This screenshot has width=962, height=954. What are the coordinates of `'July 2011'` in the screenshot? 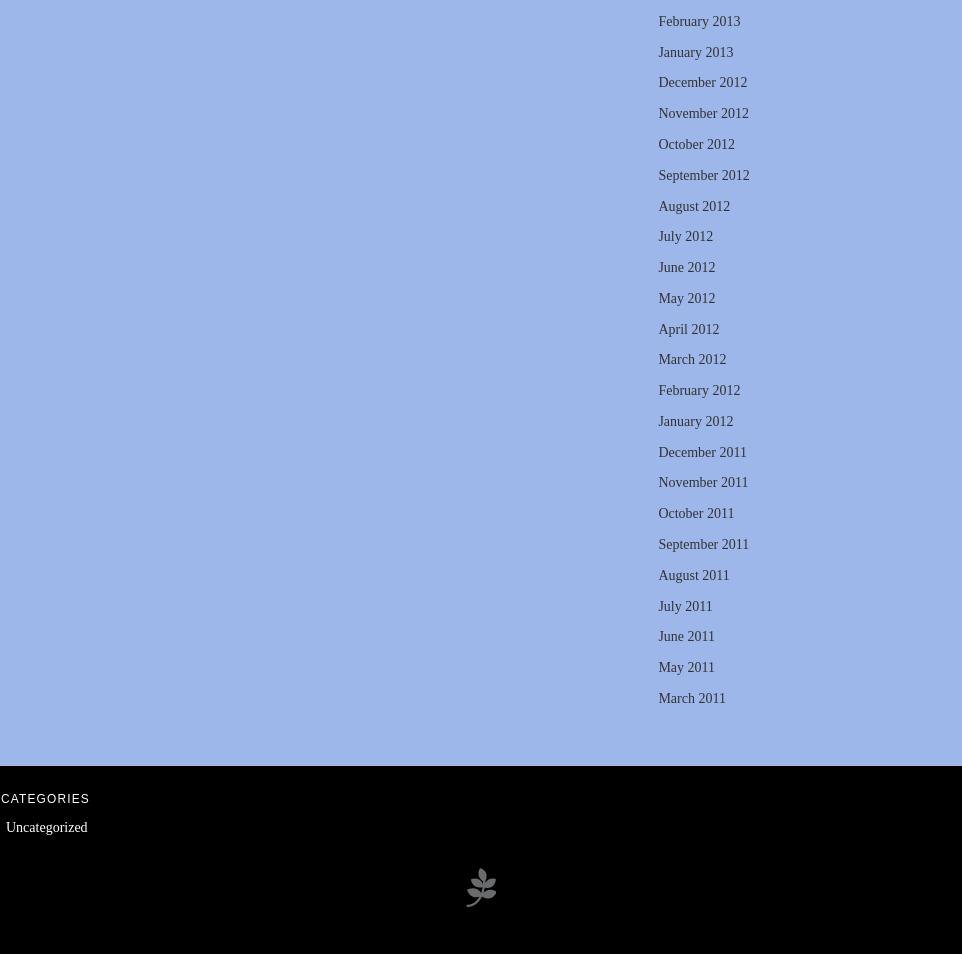 It's located at (684, 604).